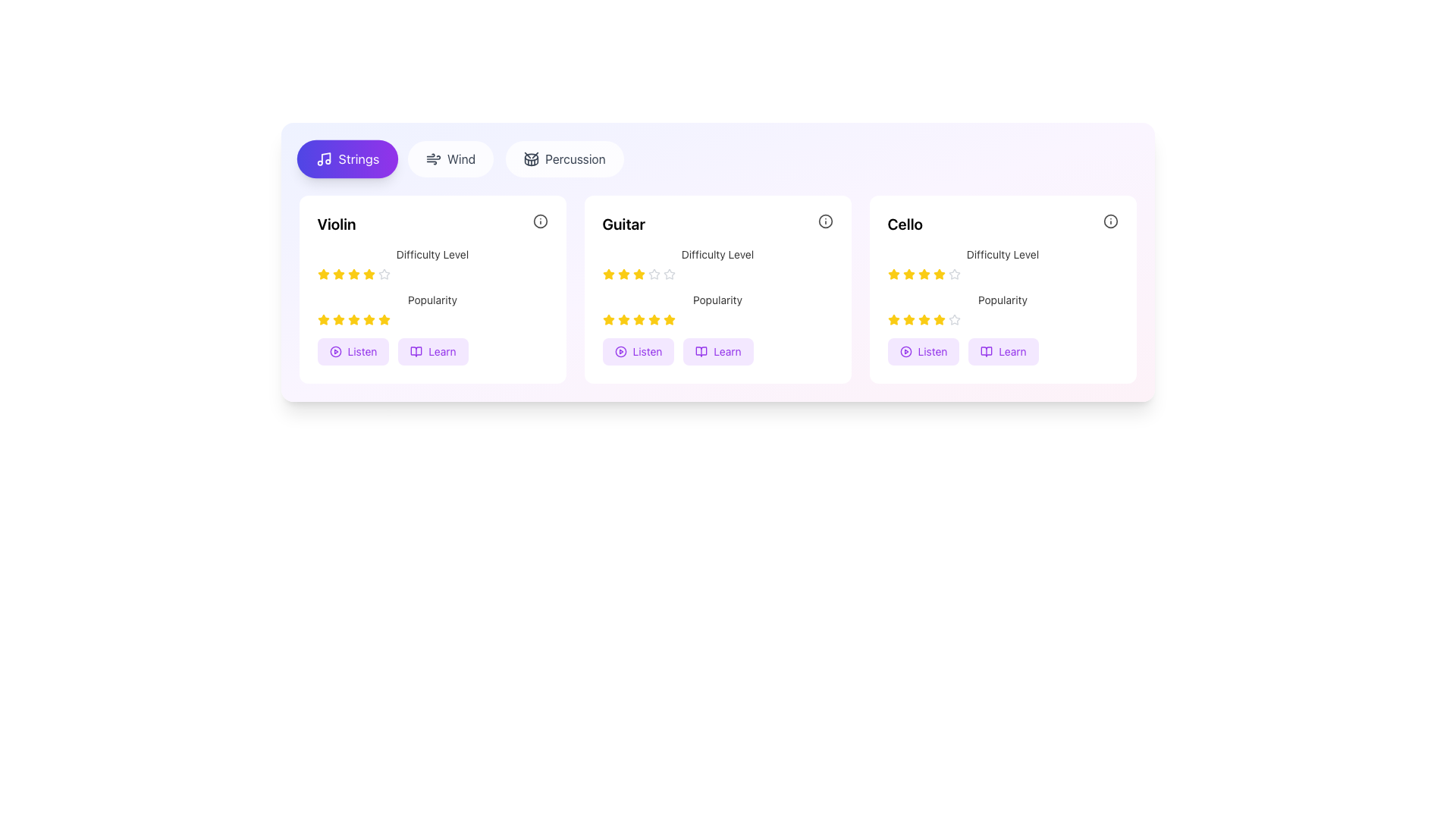 The height and width of the screenshot is (819, 1456). What do you see at coordinates (323, 158) in the screenshot?
I see `the musical note icon located on the vibrant 'Strings' button with a gradient background, positioned in the top-left corner of the interface` at bounding box center [323, 158].